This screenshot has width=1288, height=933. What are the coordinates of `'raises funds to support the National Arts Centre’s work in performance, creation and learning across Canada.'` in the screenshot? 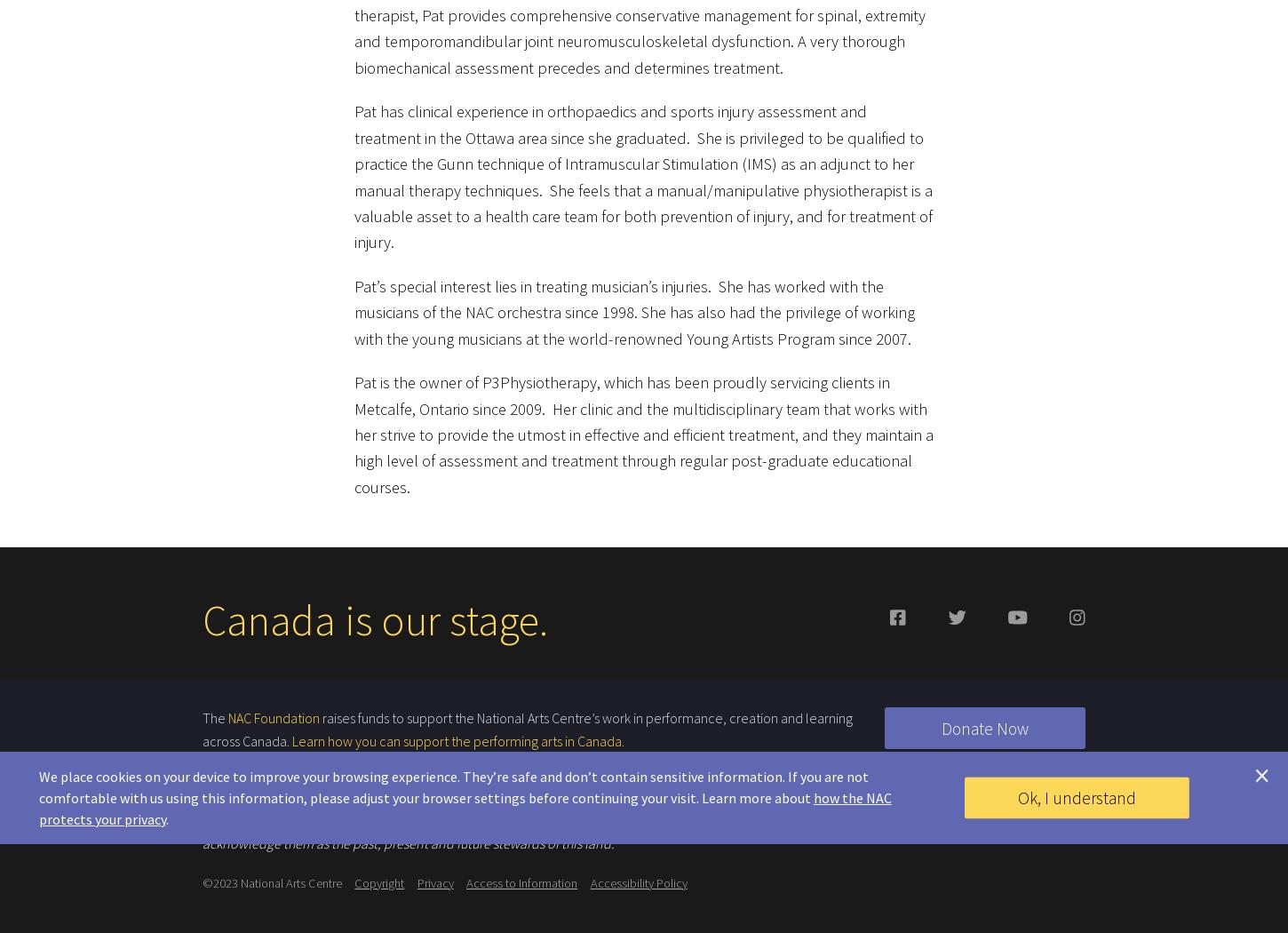 It's located at (528, 720).